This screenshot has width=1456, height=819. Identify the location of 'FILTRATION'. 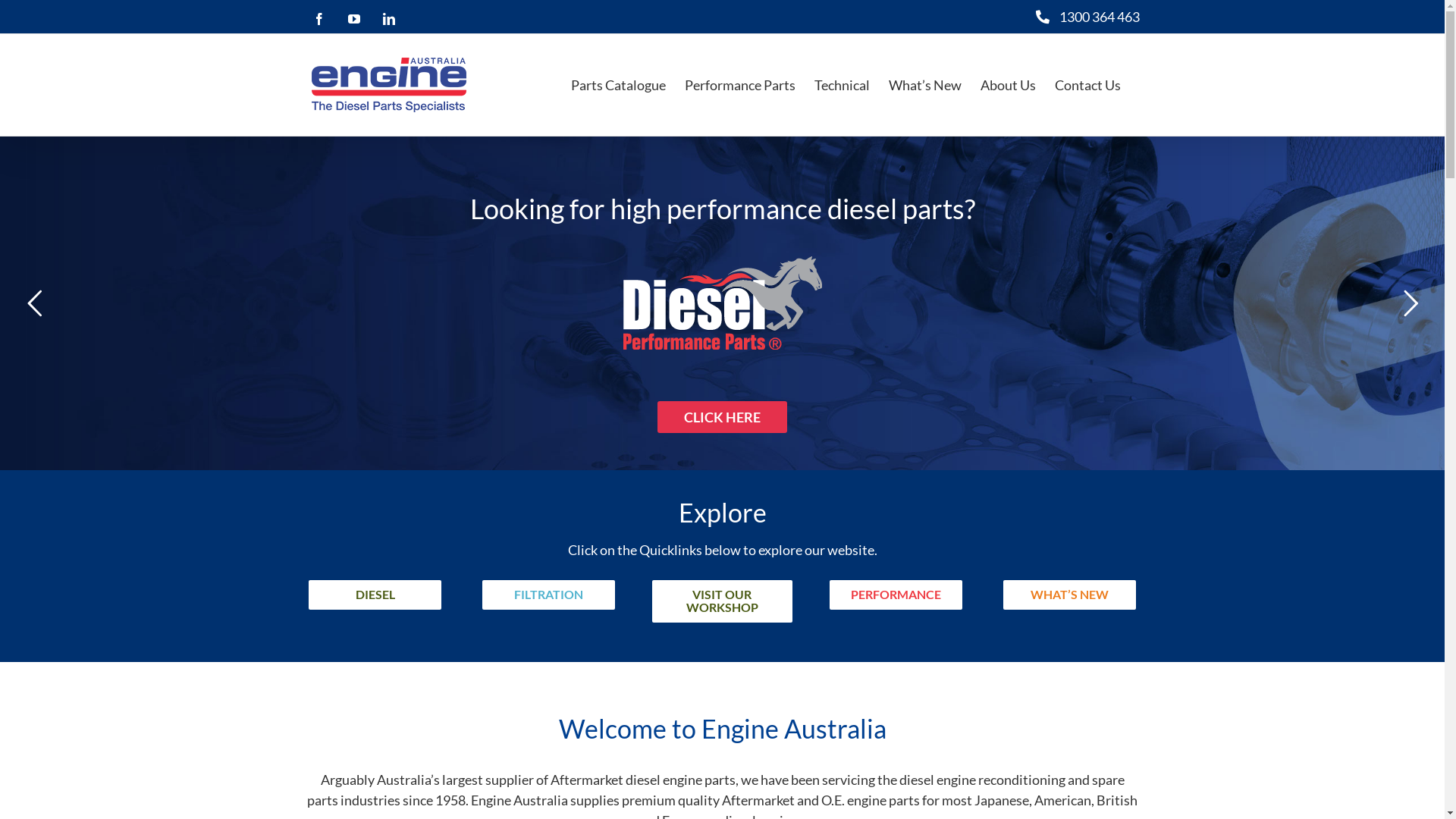
(548, 594).